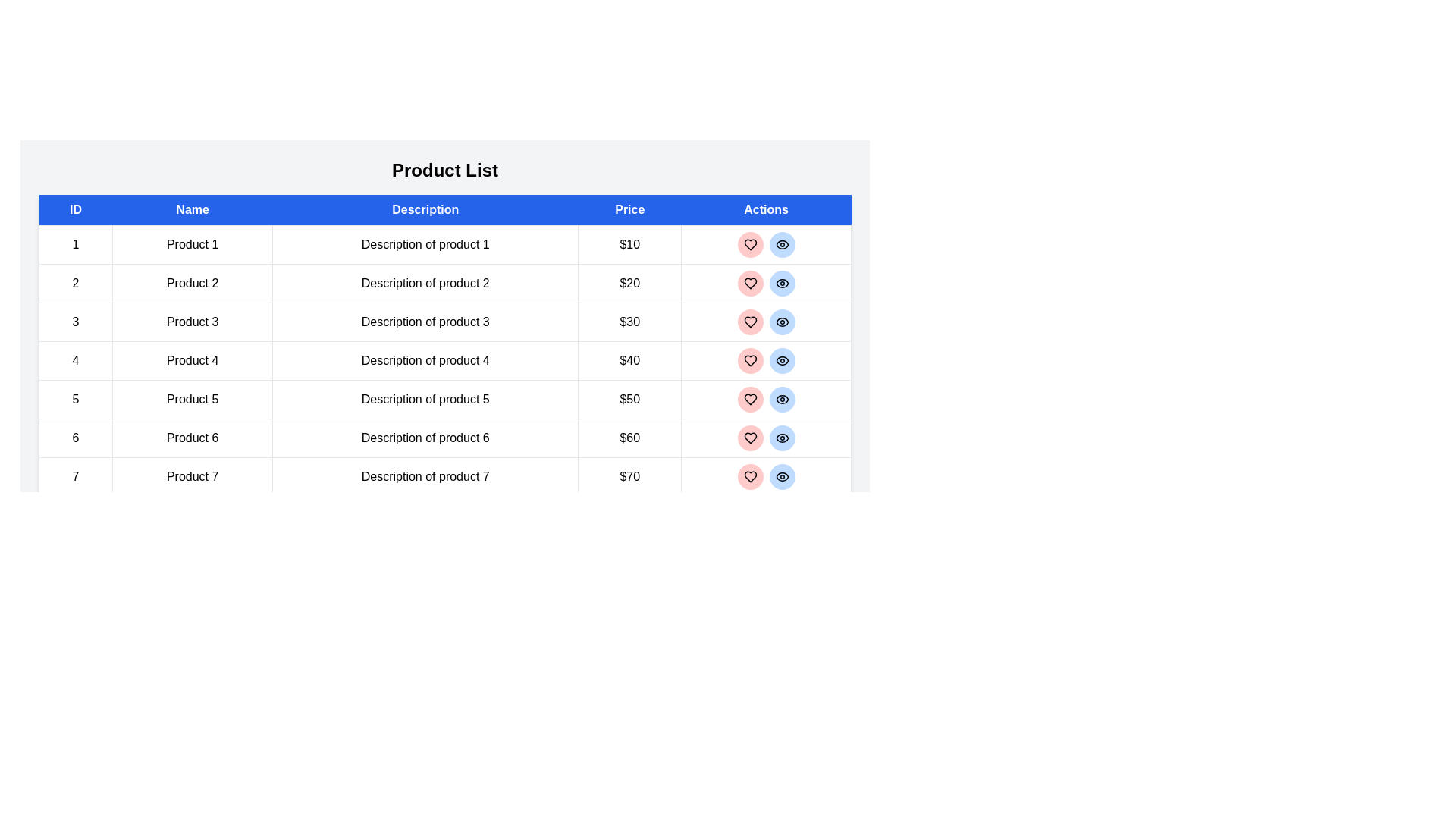 The width and height of the screenshot is (1456, 819). What do you see at coordinates (192, 438) in the screenshot?
I see `the product name Product 6 in the table` at bounding box center [192, 438].